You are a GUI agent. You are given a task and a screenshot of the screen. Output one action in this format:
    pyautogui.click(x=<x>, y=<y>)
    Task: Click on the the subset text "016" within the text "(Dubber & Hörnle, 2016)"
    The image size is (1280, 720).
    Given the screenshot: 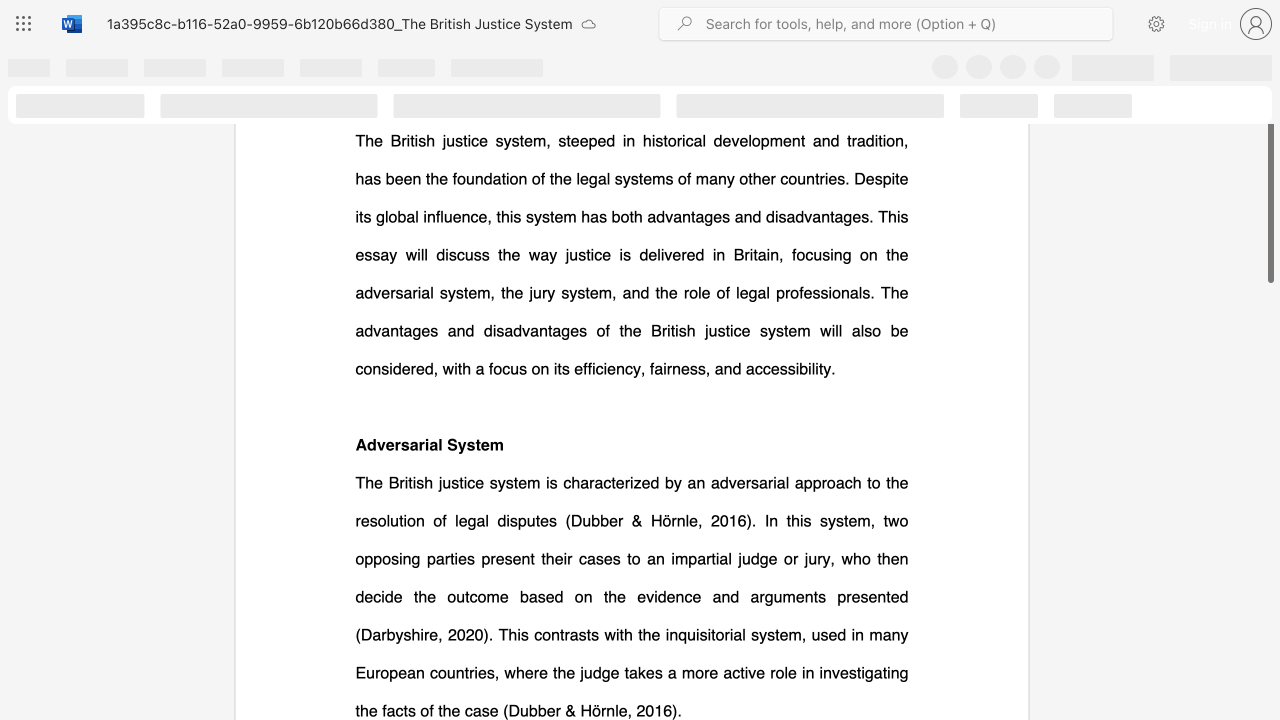 What is the action you would take?
    pyautogui.click(x=645, y=709)
    